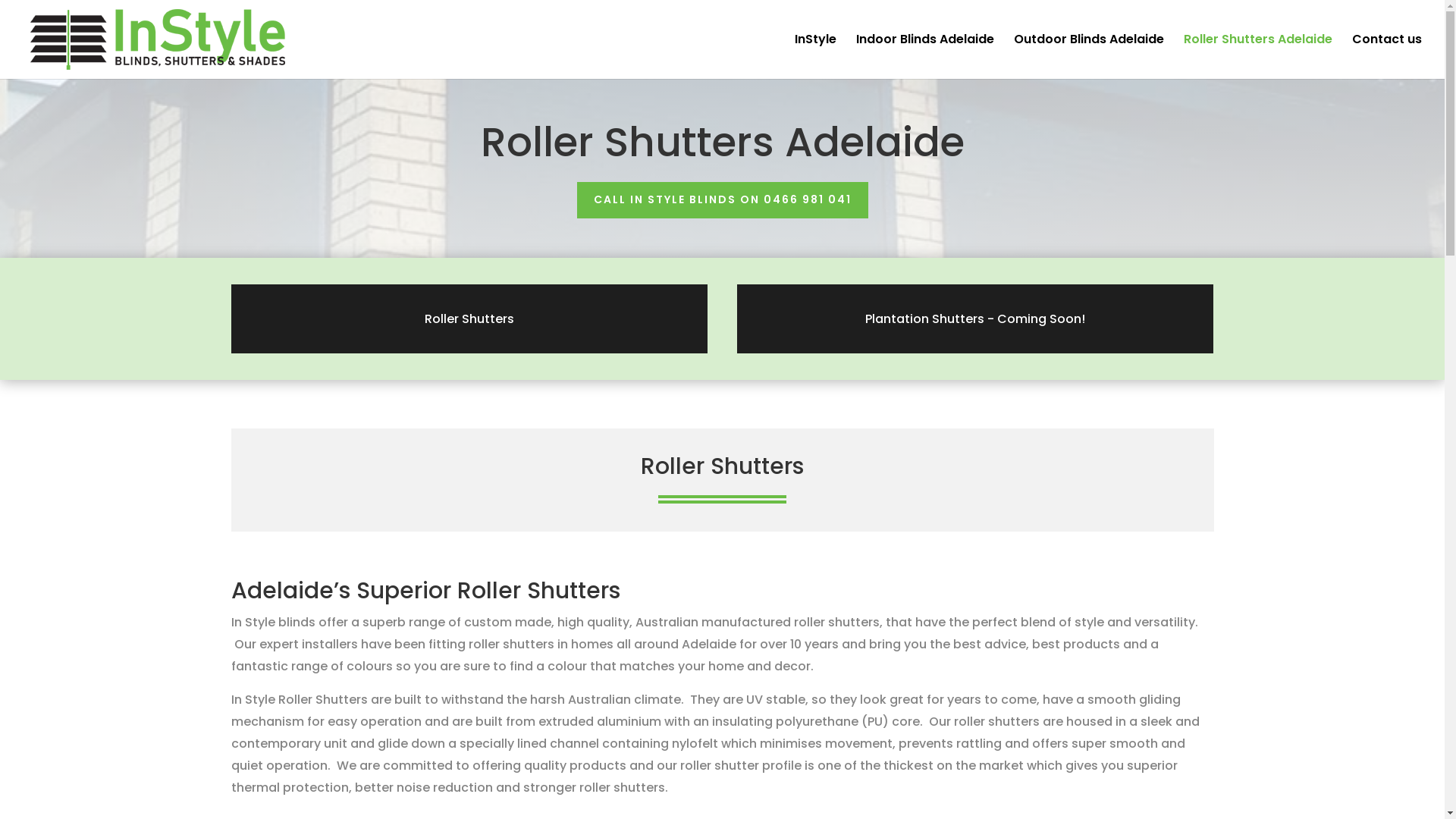 The width and height of the screenshot is (1456, 819). Describe the element at coordinates (1014, 55) in the screenshot. I see `'Outdoor Blinds Adelaide'` at that location.